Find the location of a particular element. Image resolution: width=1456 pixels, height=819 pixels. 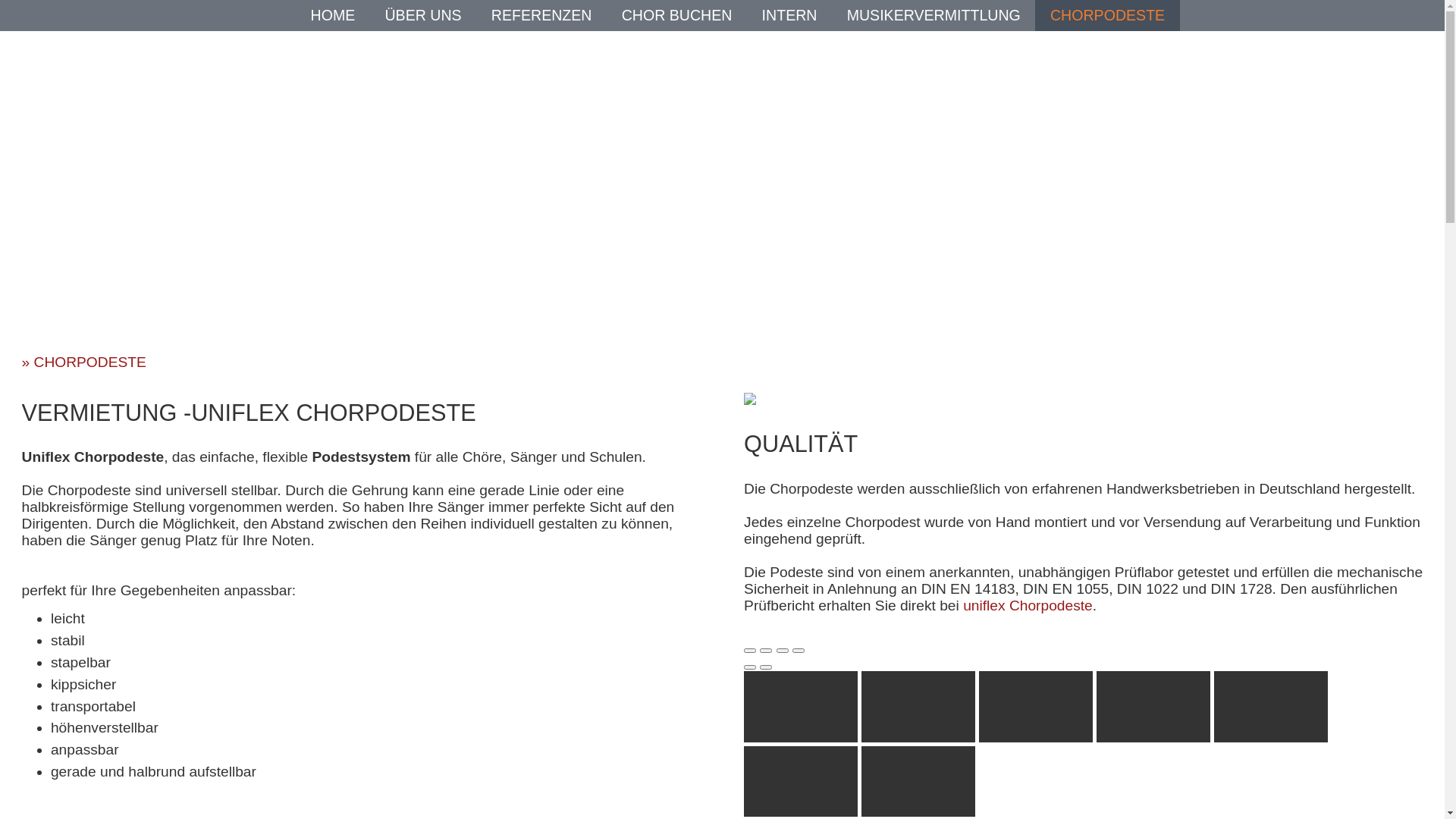

'HOME' is located at coordinates (332, 14).